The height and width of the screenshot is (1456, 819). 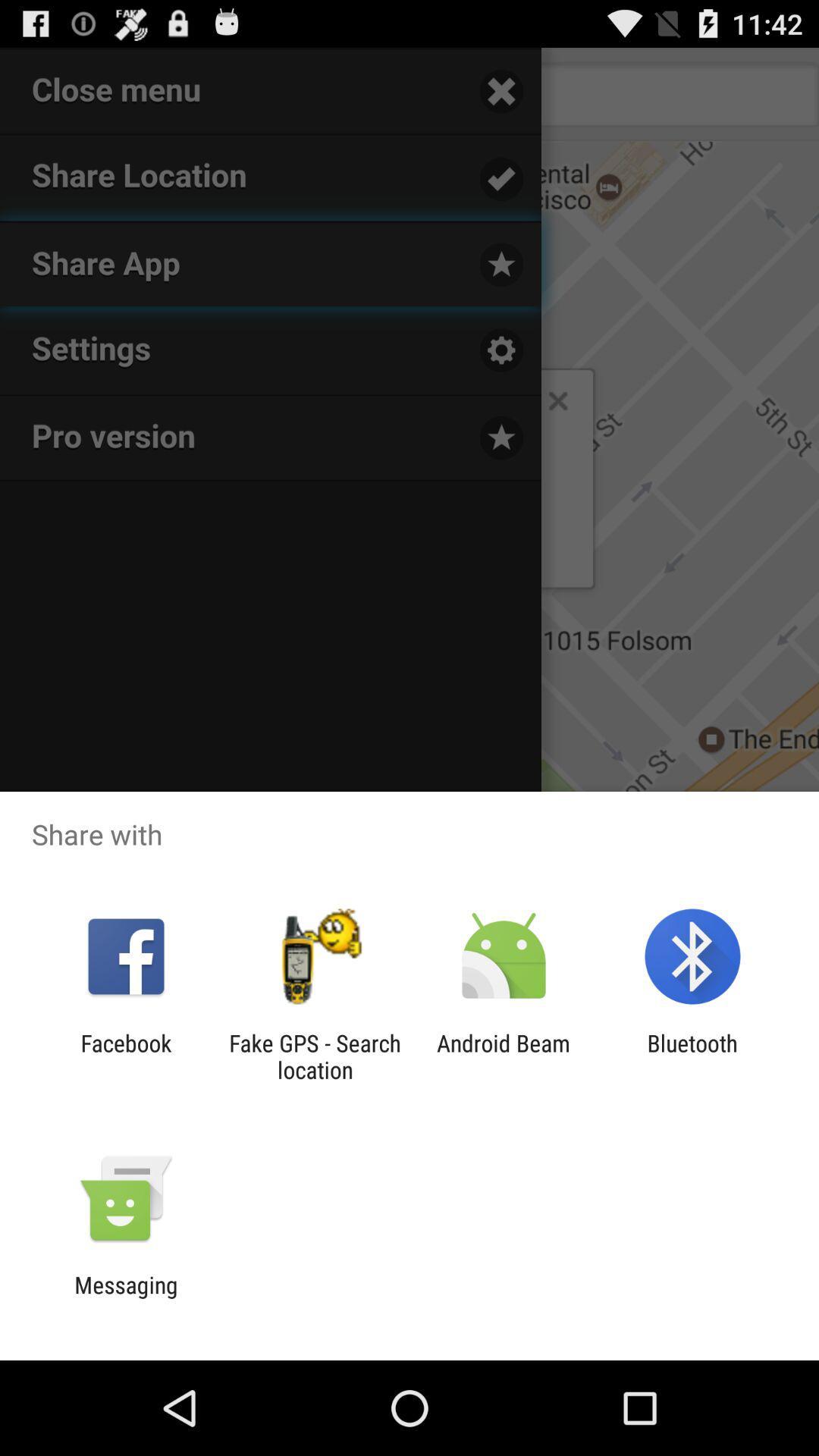 What do you see at coordinates (504, 1056) in the screenshot?
I see `the android beam item` at bounding box center [504, 1056].